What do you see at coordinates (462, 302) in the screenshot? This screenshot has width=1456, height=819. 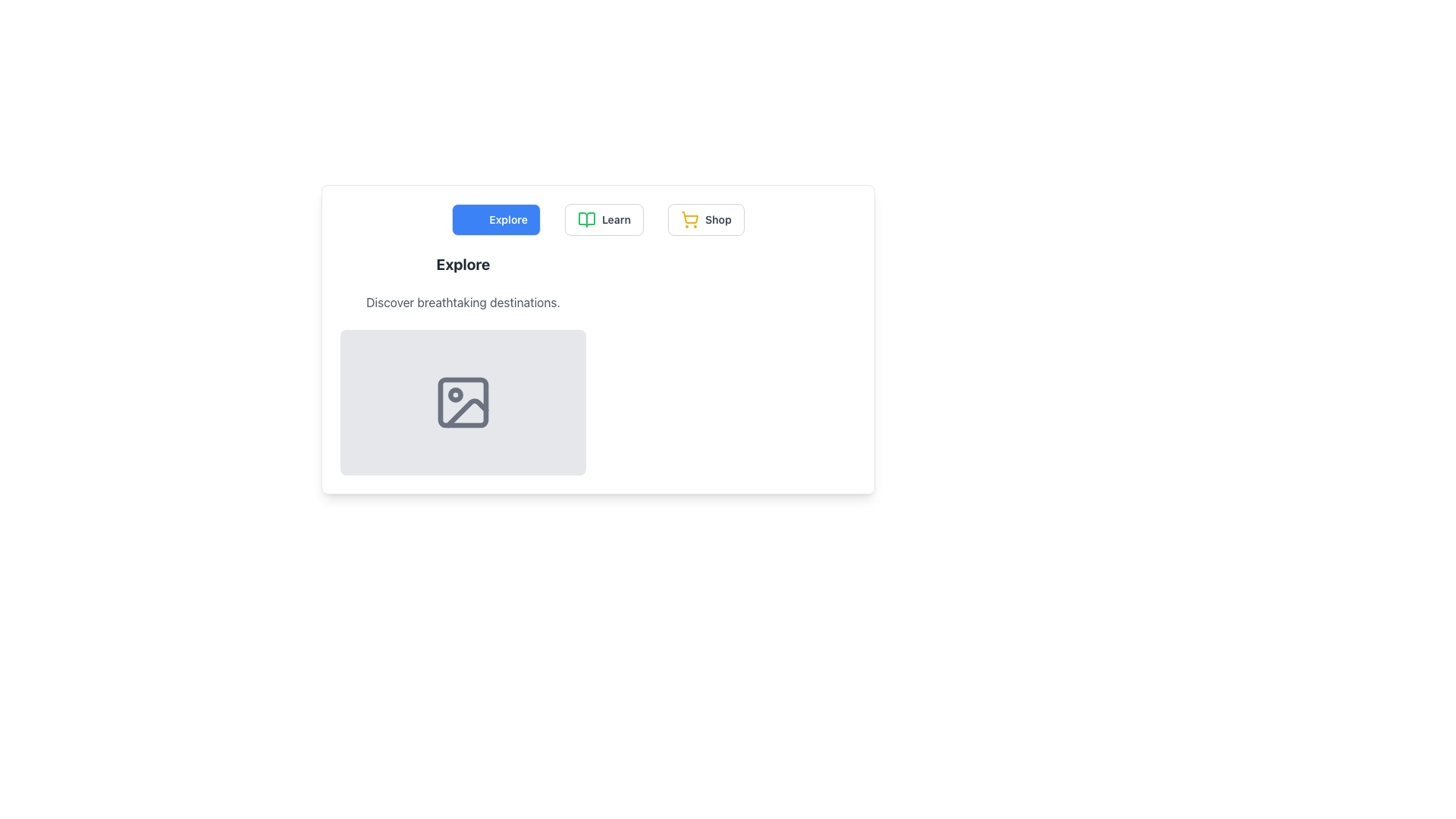 I see `the subtitle text element located beneath the title 'Explore' and above the gray placeholder image` at bounding box center [462, 302].